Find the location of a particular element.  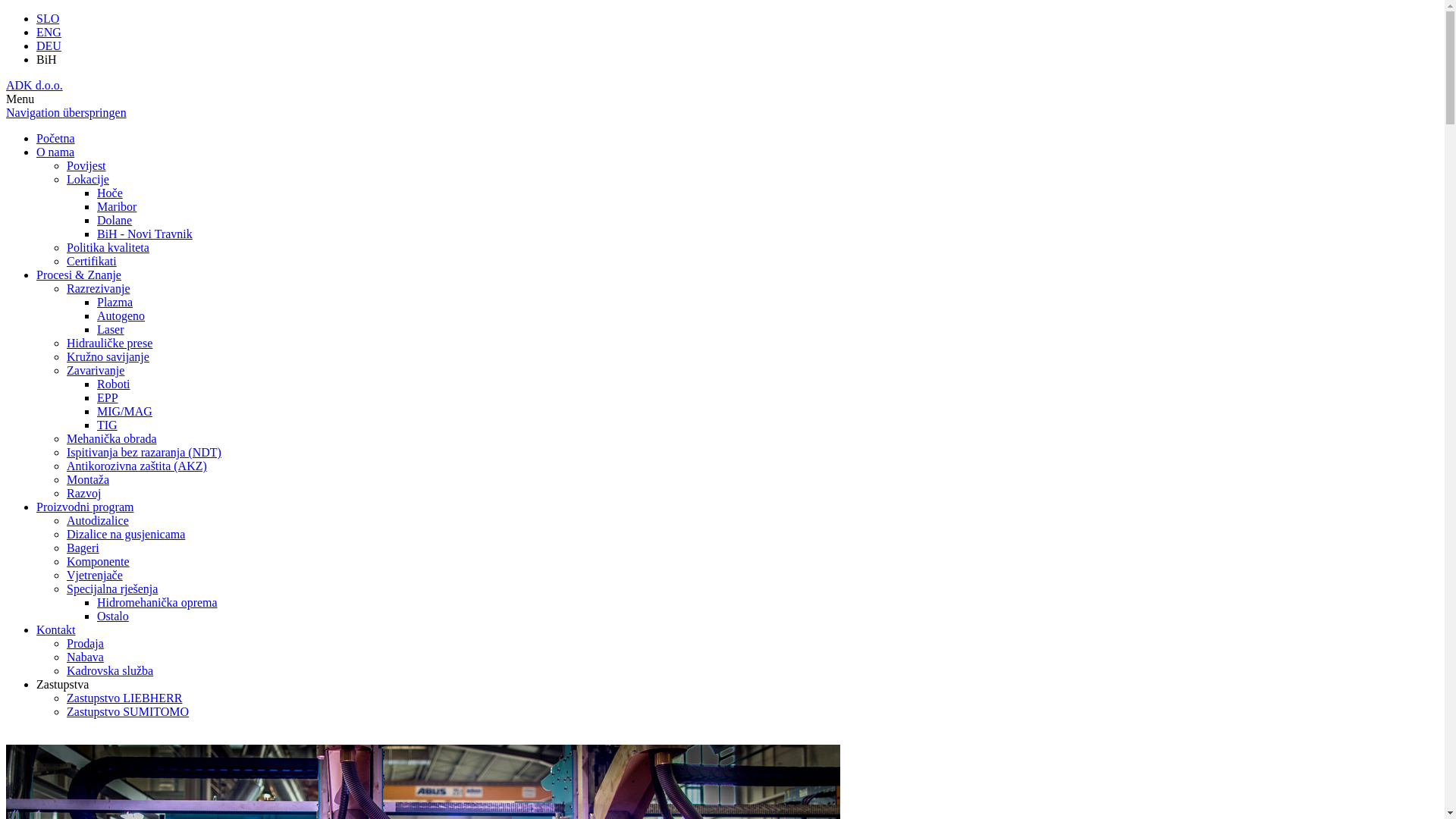

'Laser' is located at coordinates (109, 328).